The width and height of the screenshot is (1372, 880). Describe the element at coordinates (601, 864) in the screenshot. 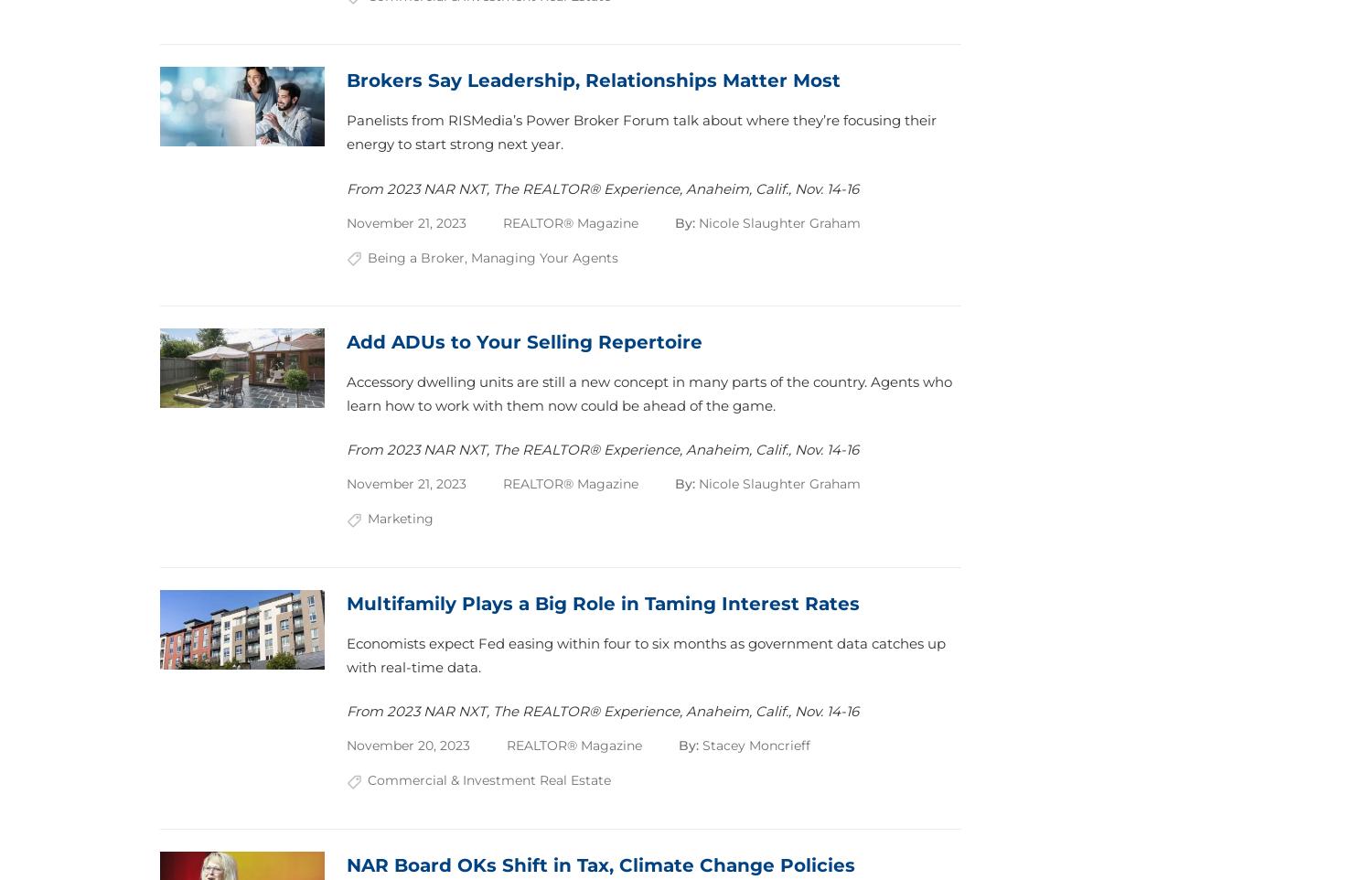

I see `'NAR Board OKs Shift in Tax, Climate Change Policies'` at that location.